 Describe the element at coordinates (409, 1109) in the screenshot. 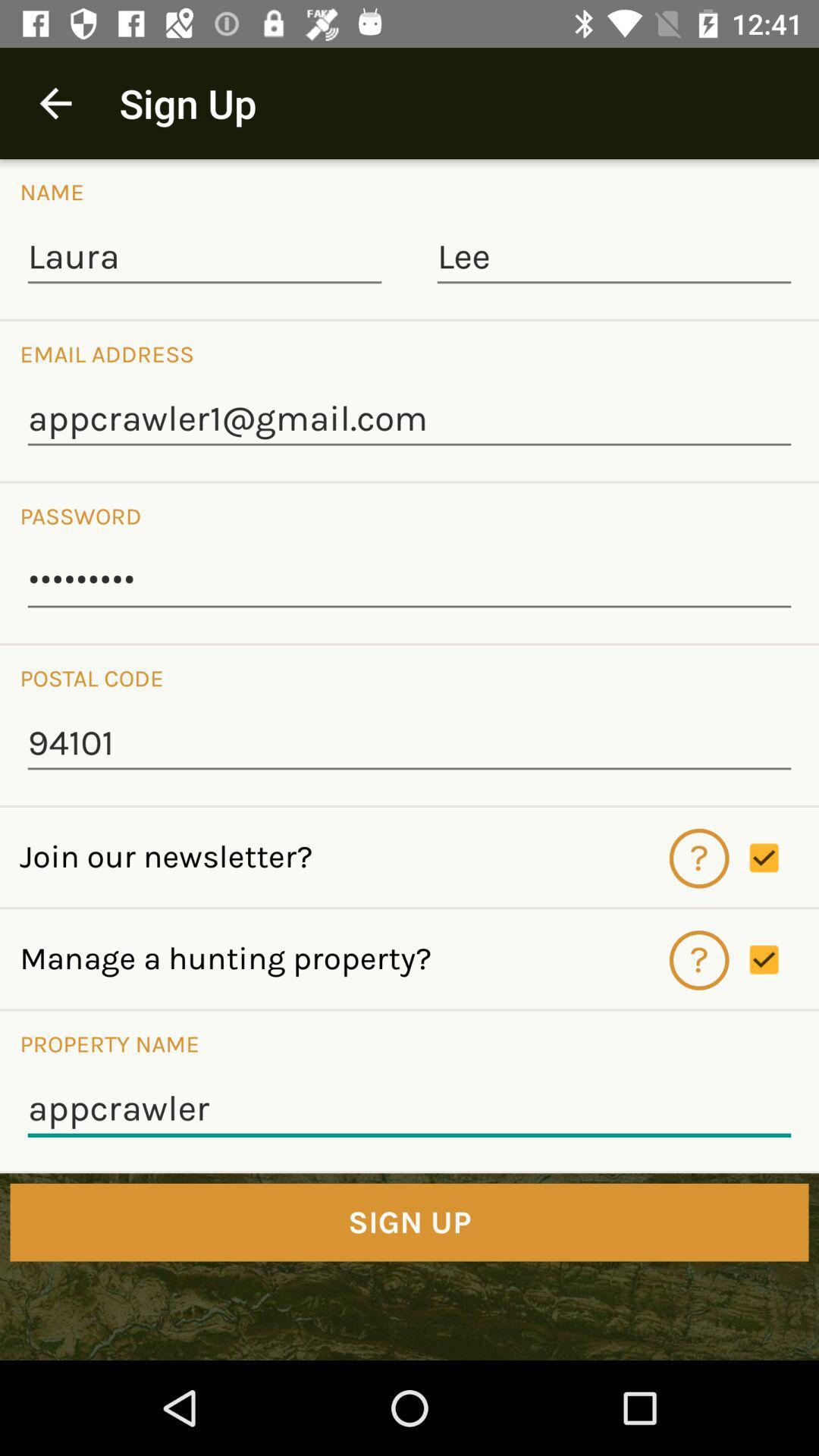

I see `the icon below the property name icon` at that location.